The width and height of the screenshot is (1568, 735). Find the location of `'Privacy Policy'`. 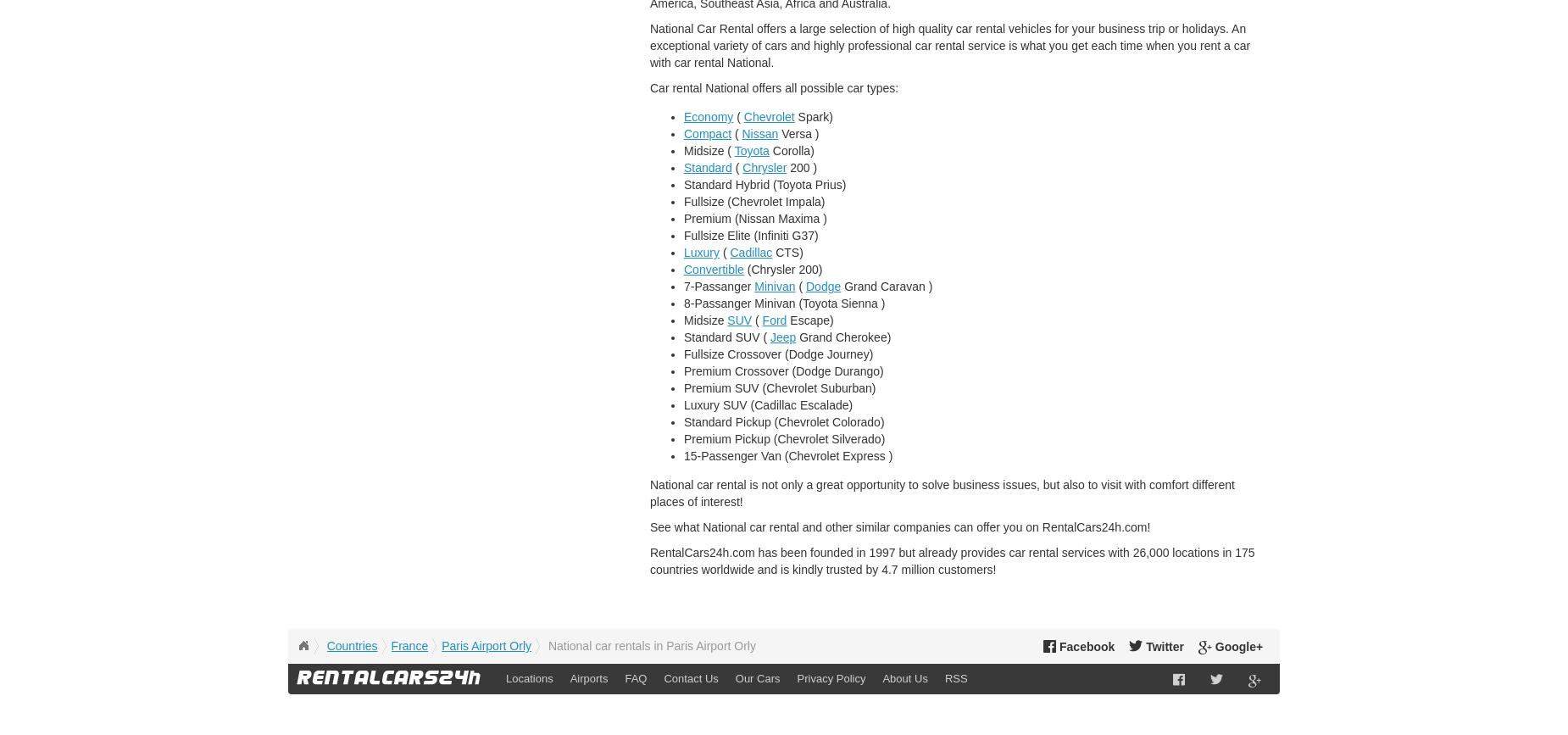

'Privacy Policy' is located at coordinates (830, 677).